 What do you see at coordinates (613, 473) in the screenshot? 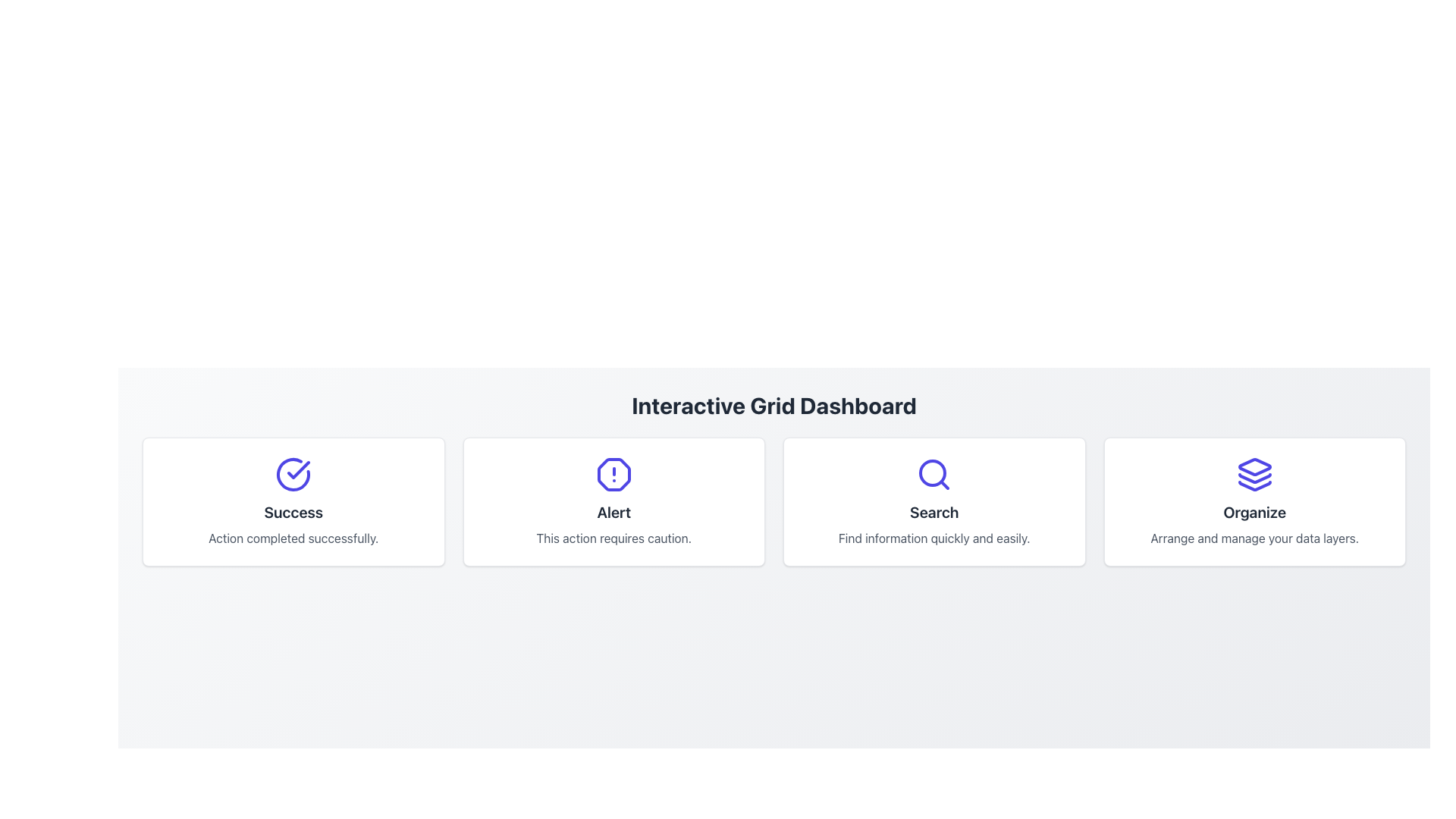
I see `the octagonal icon with an exclamation mark, which is styled with an indigo border and is located above the 'Alert' text in the second card of a 2x2 layout` at bounding box center [613, 473].